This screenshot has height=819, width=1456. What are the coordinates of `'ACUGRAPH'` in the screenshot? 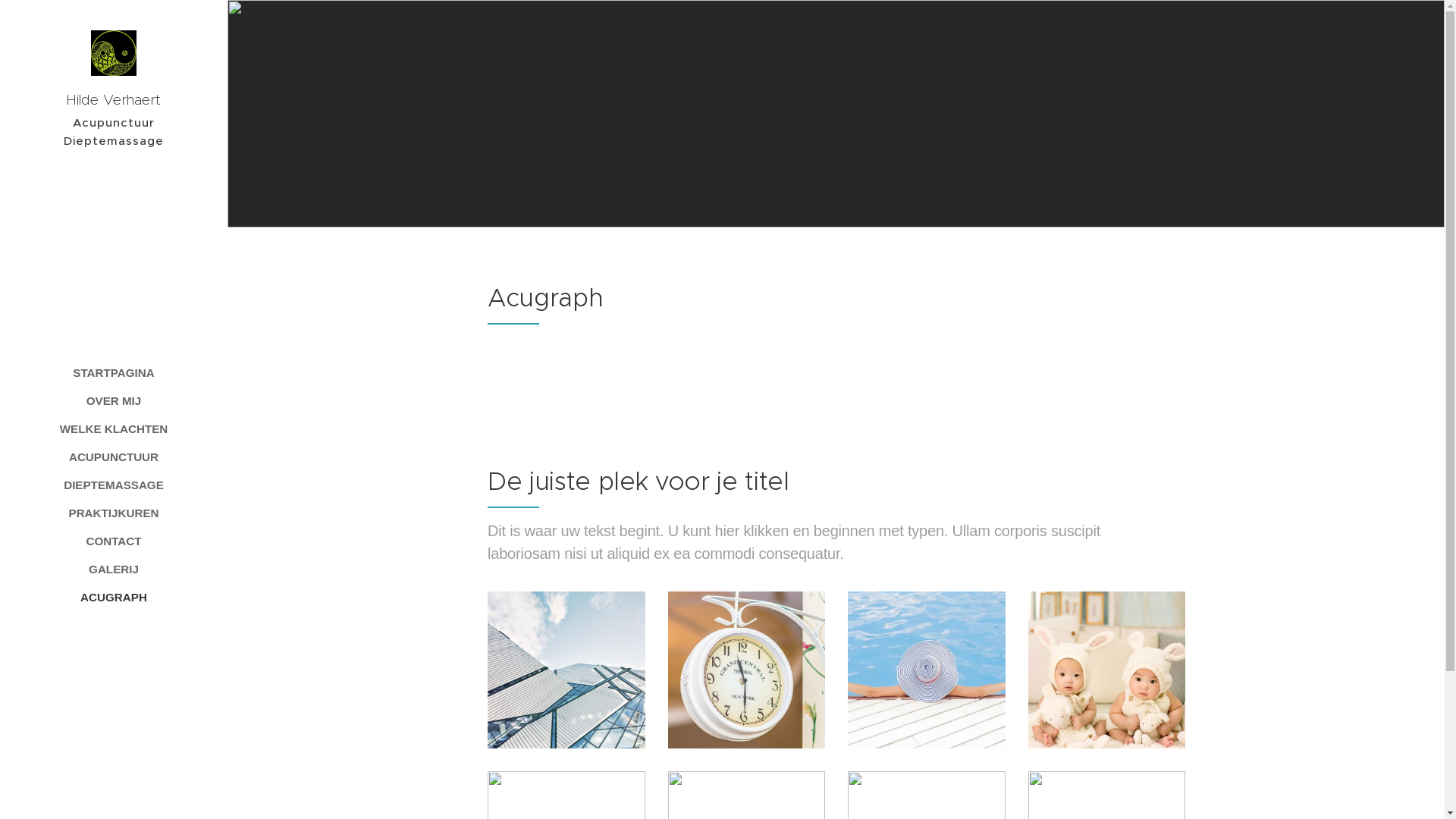 It's located at (112, 596).